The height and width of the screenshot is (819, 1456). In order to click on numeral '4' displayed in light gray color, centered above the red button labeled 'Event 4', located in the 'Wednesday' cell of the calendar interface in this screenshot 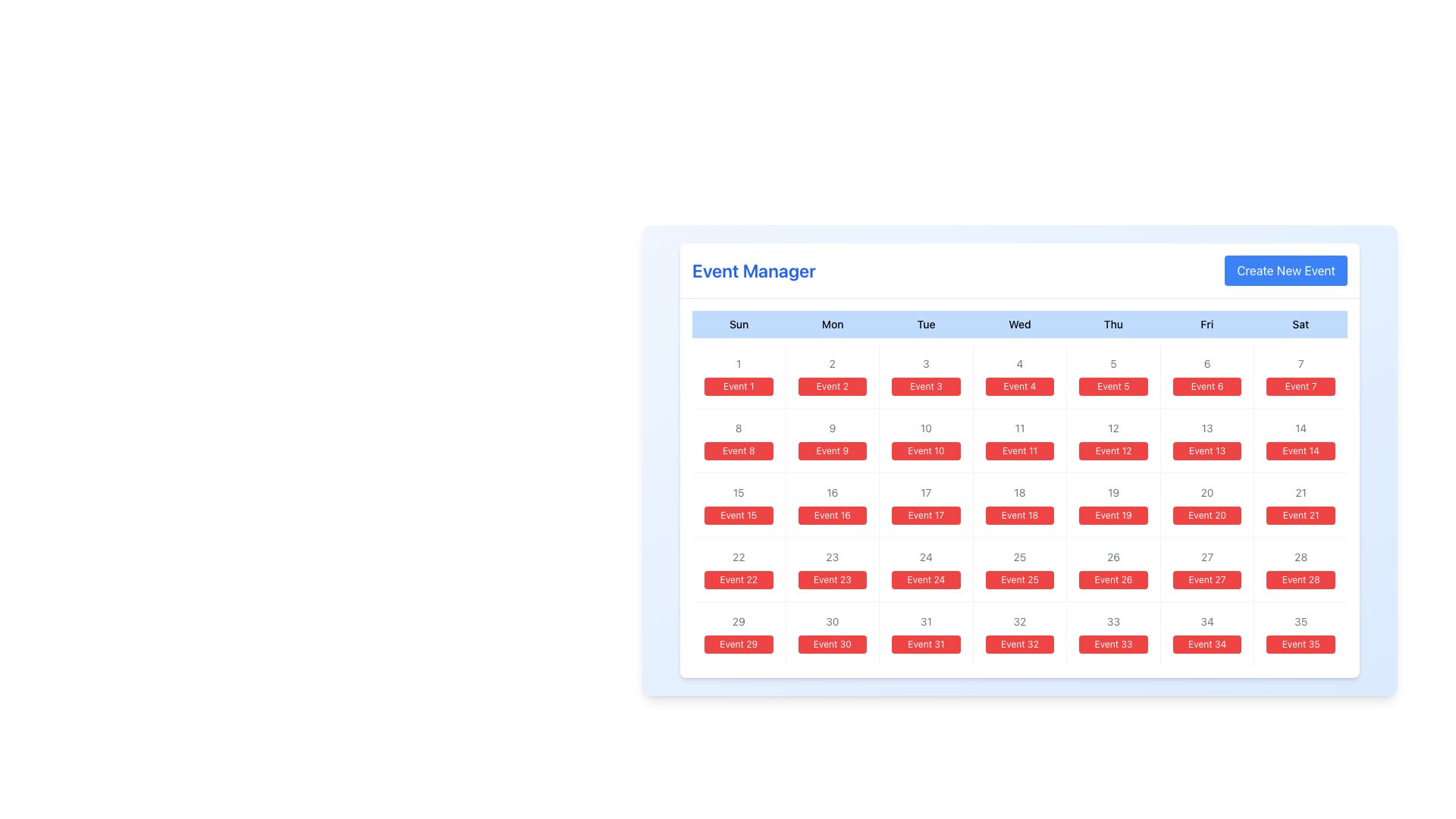, I will do `click(1019, 363)`.